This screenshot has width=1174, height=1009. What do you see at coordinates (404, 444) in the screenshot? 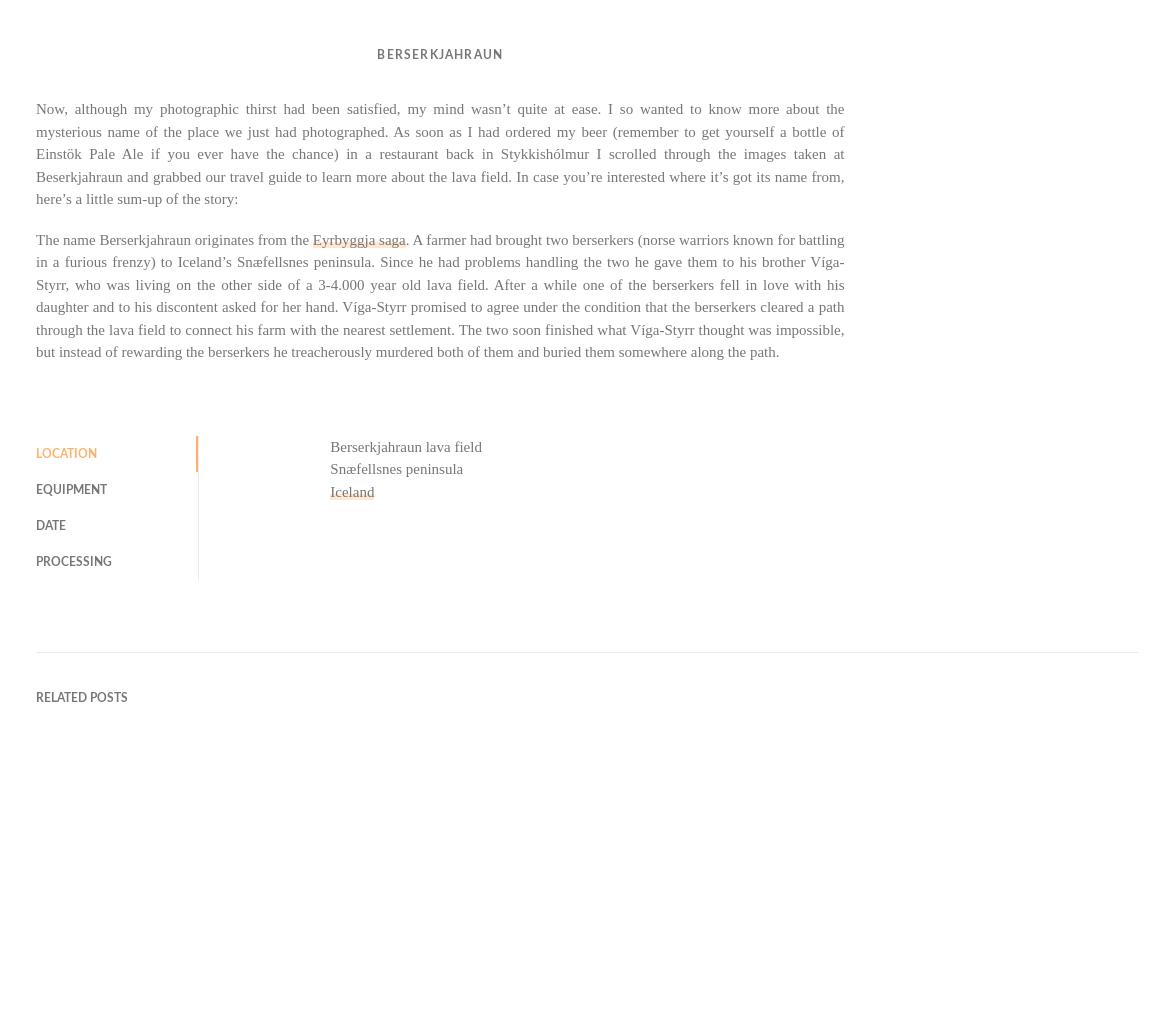
I see `'Berserkjahraun lava field'` at bounding box center [404, 444].